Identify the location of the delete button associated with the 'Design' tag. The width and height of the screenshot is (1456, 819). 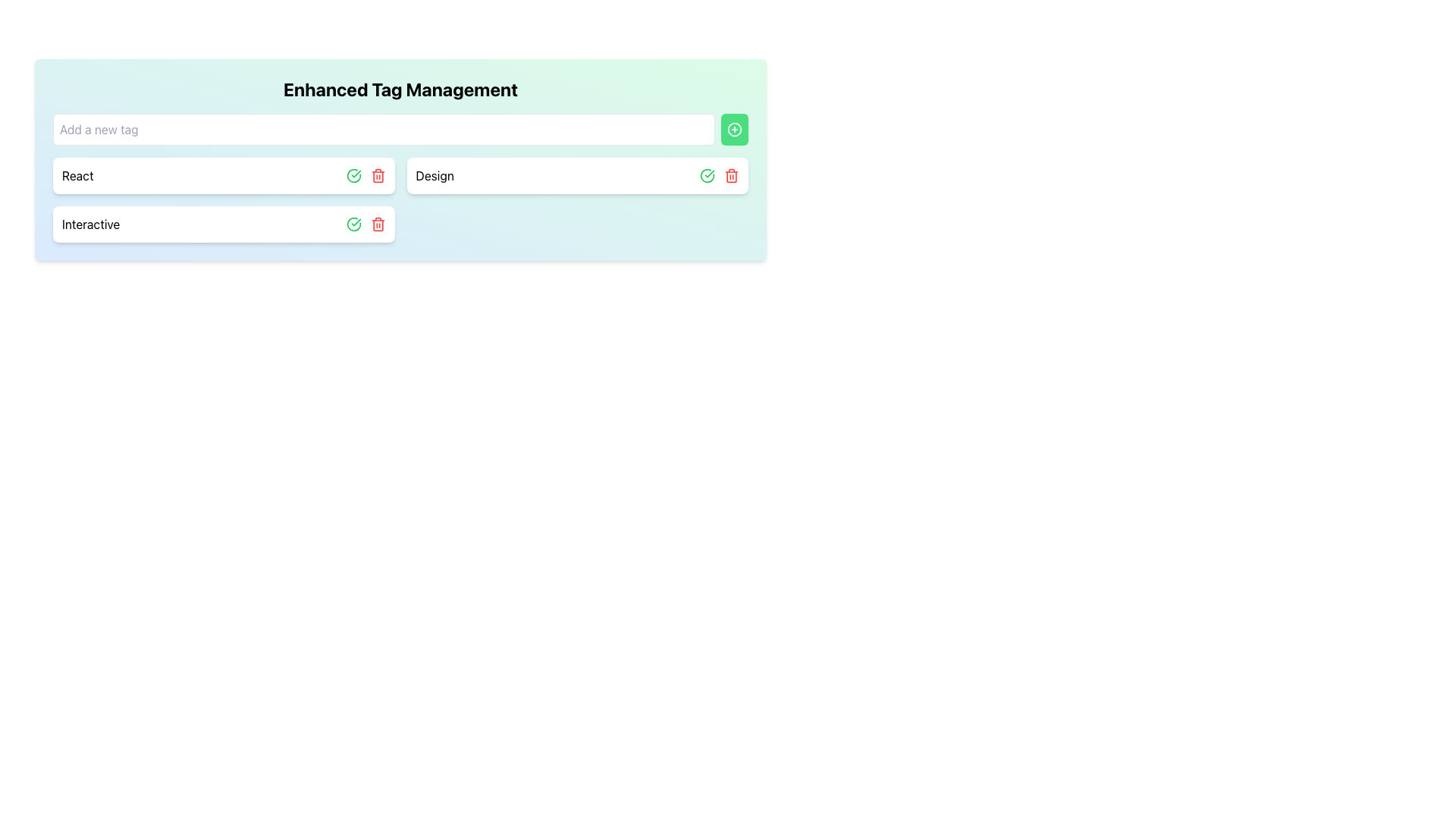
(731, 174).